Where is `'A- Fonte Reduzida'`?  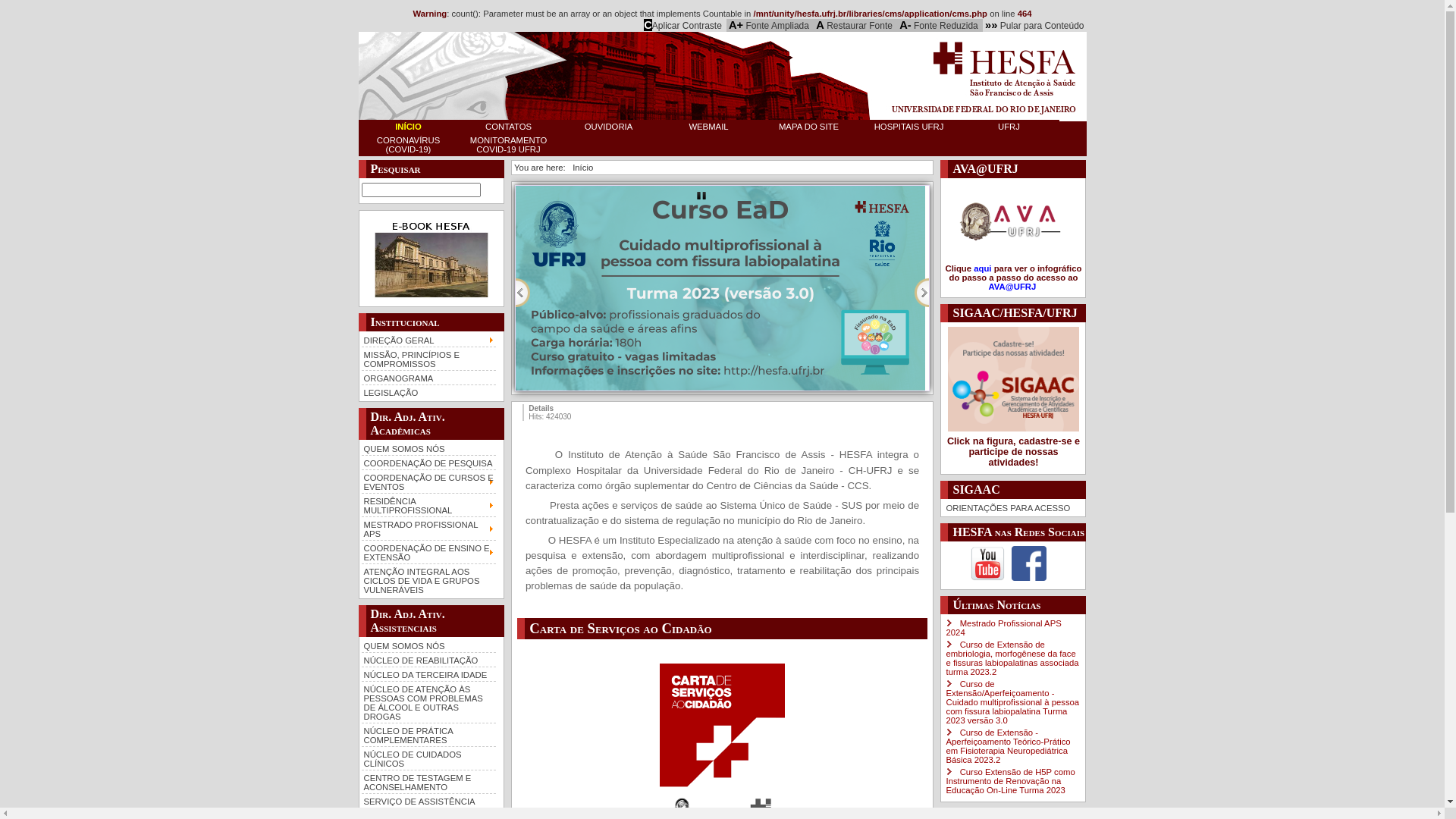
'A- Fonte Reduzida' is located at coordinates (938, 25).